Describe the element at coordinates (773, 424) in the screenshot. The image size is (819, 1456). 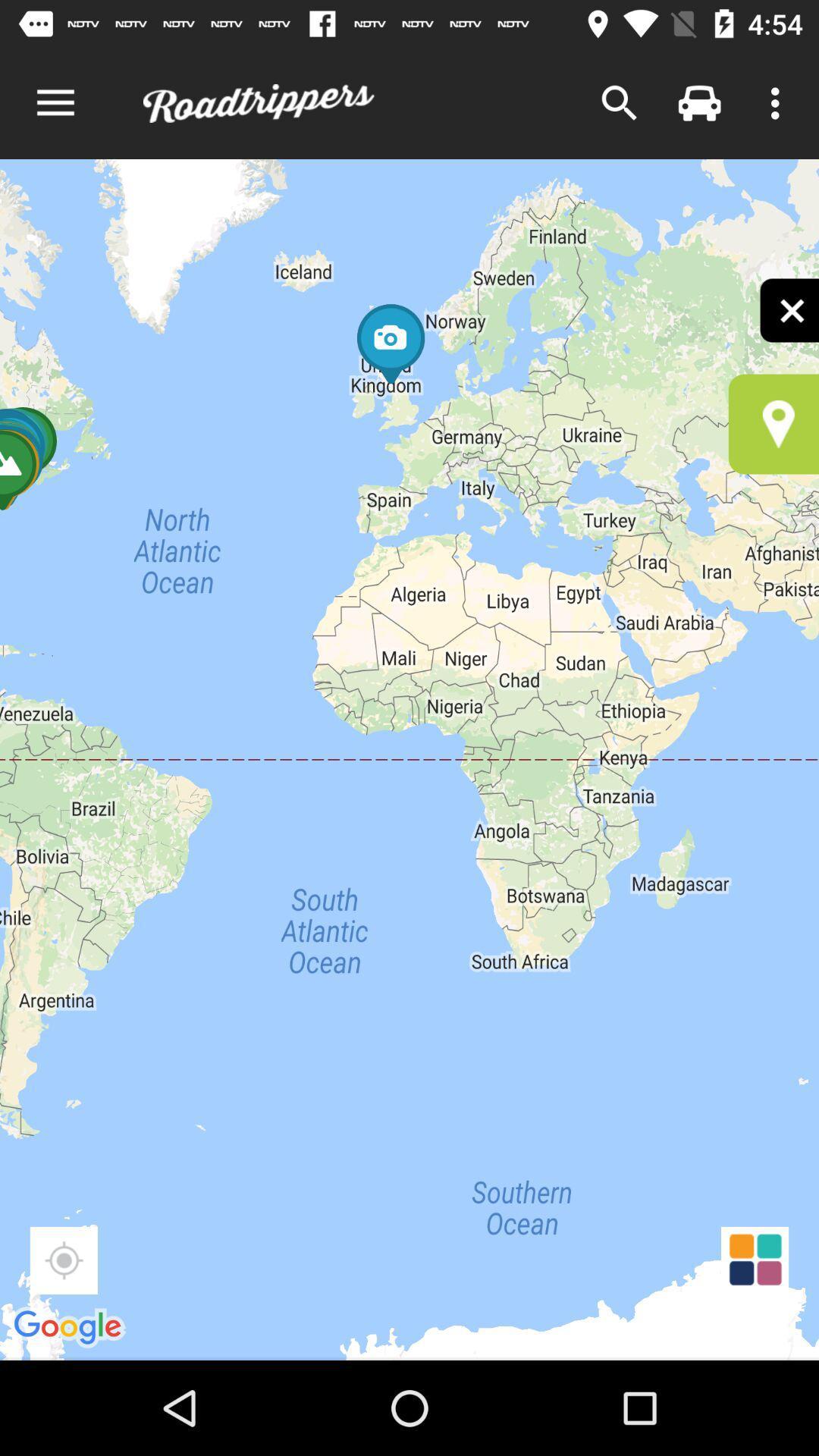
I see `location` at that location.